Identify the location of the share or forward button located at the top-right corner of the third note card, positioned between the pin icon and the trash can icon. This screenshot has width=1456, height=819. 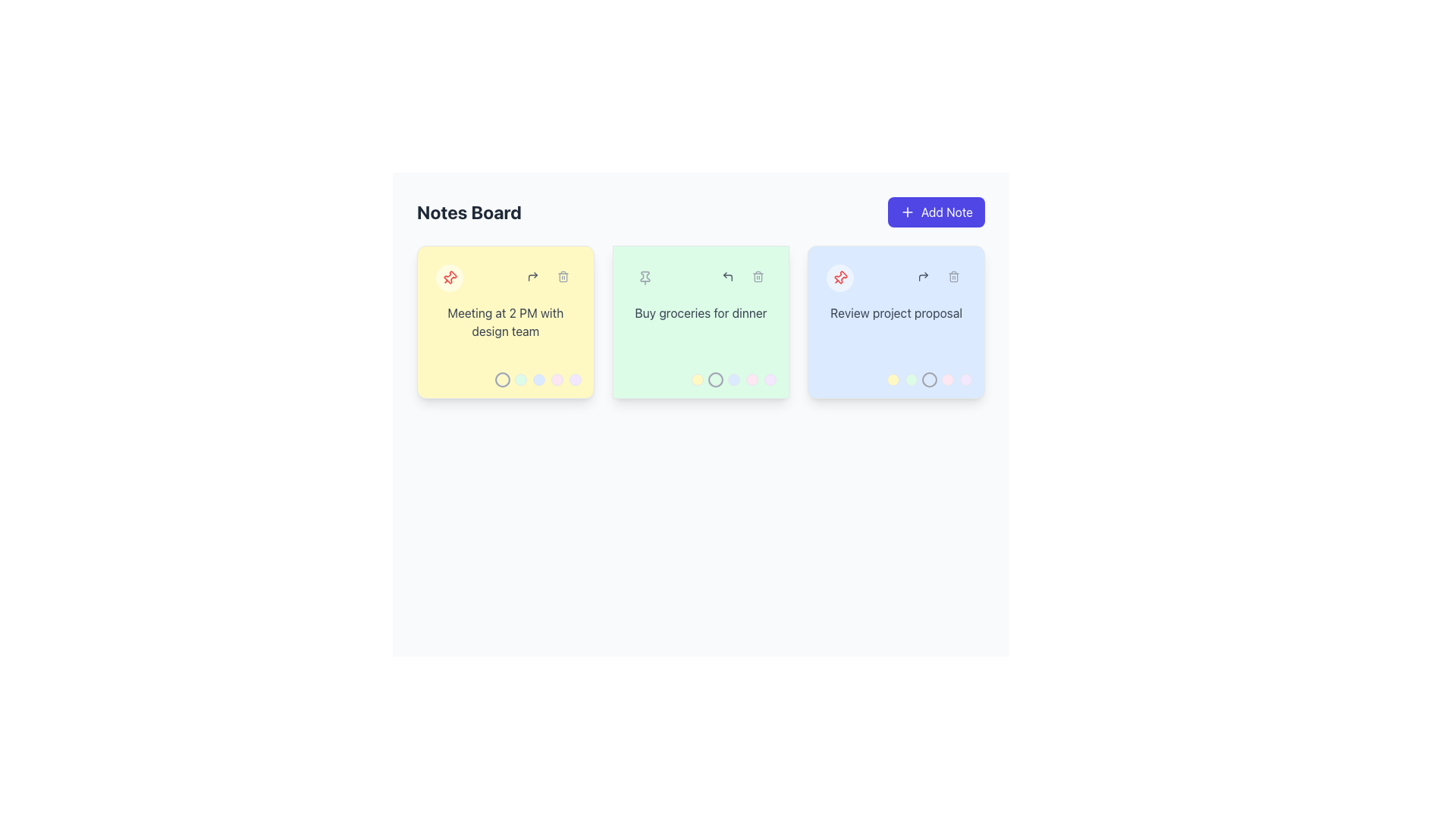
(923, 277).